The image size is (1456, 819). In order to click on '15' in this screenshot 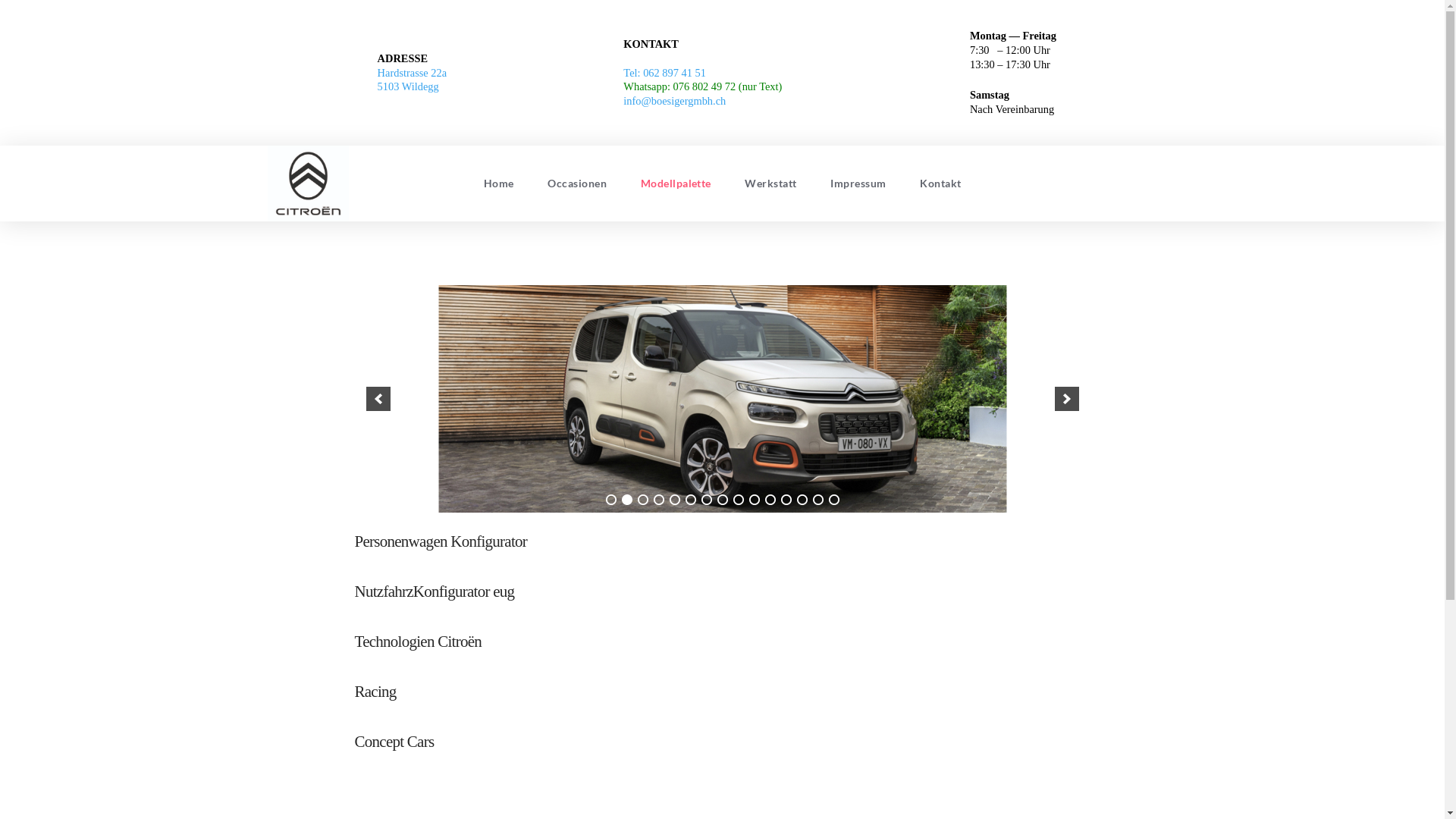, I will do `click(833, 500)`.